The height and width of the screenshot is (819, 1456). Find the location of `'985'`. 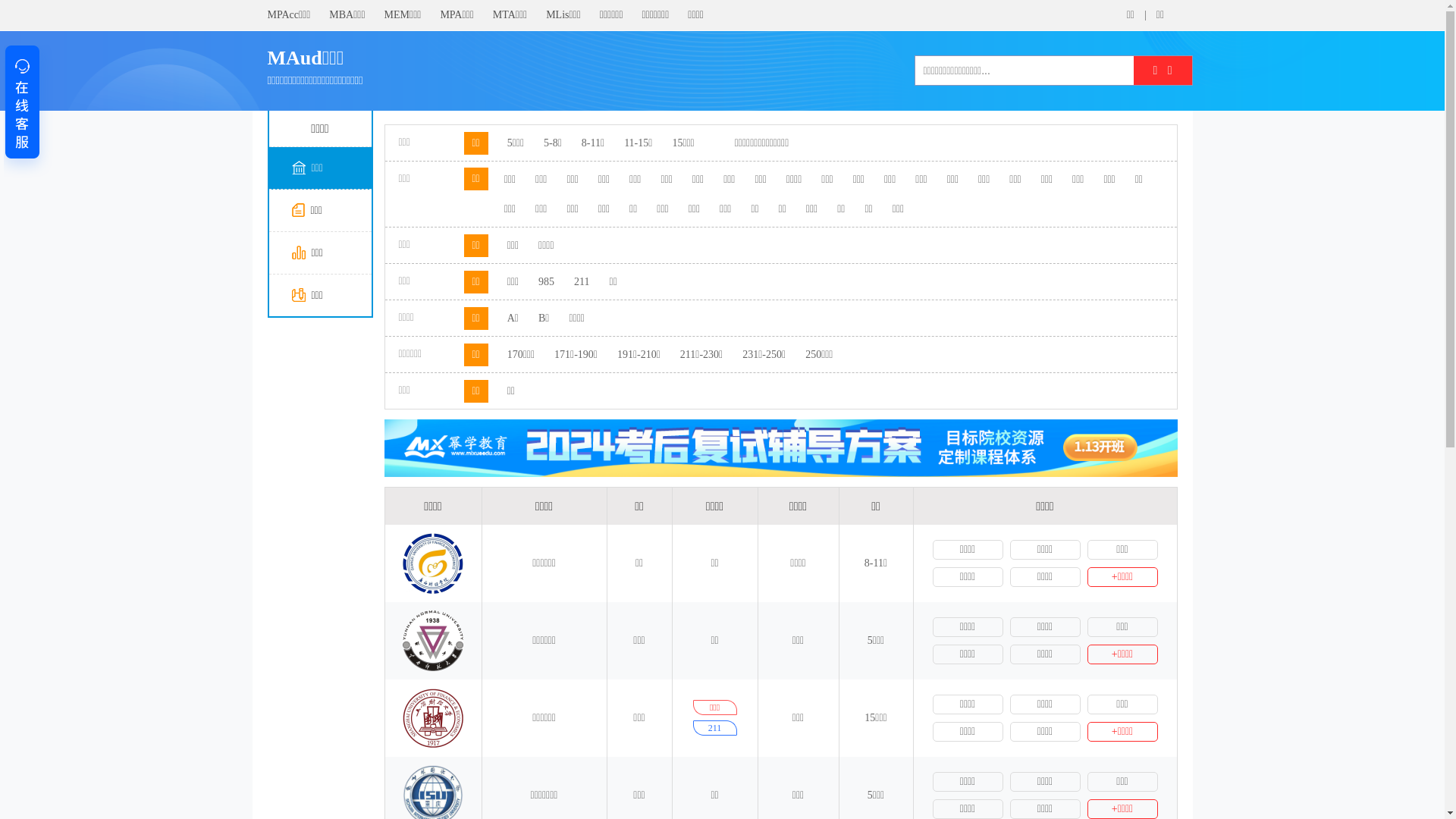

'985' is located at coordinates (546, 281).